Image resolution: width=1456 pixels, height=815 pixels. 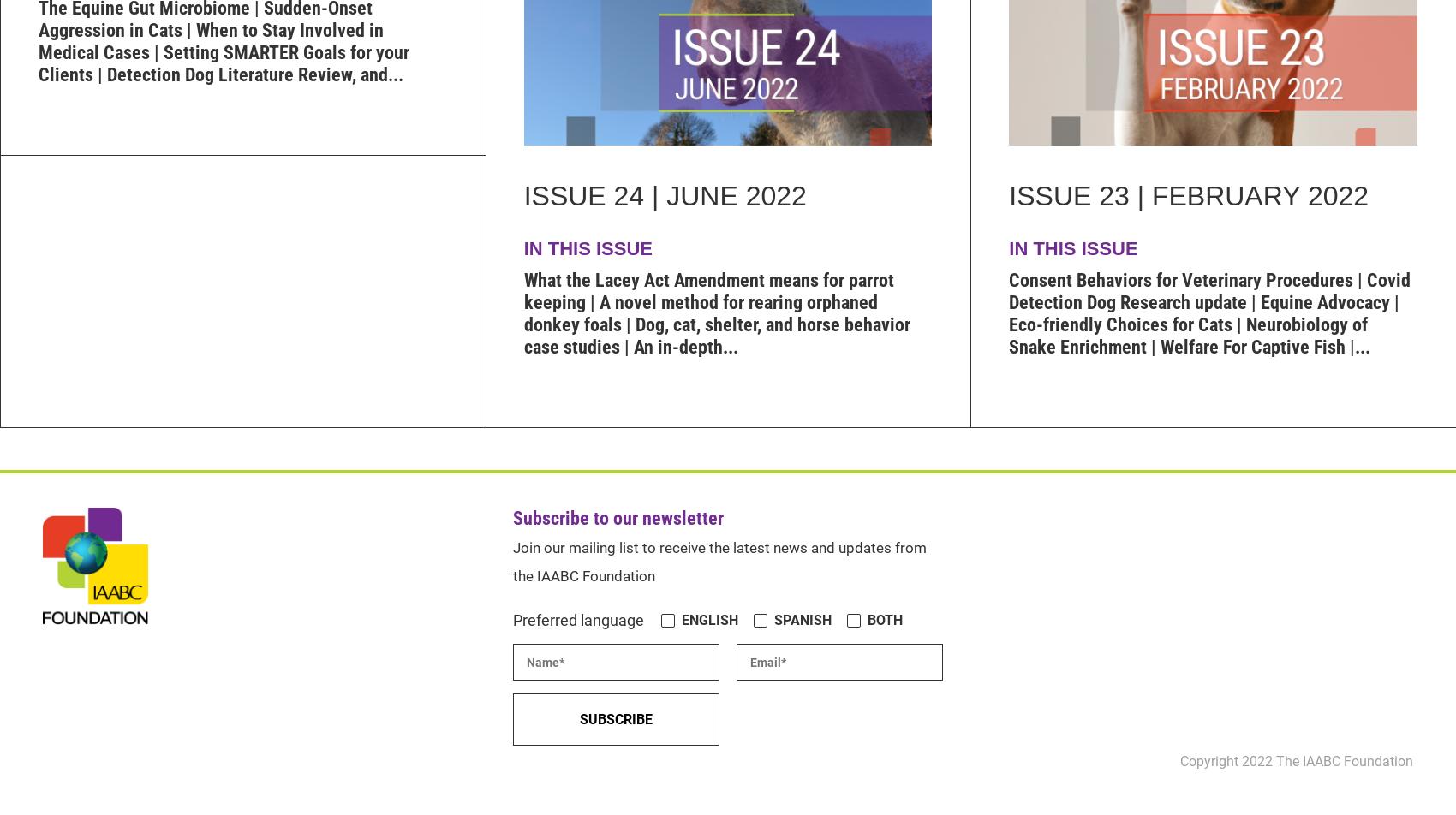 I want to click on 'English', so click(x=708, y=620).